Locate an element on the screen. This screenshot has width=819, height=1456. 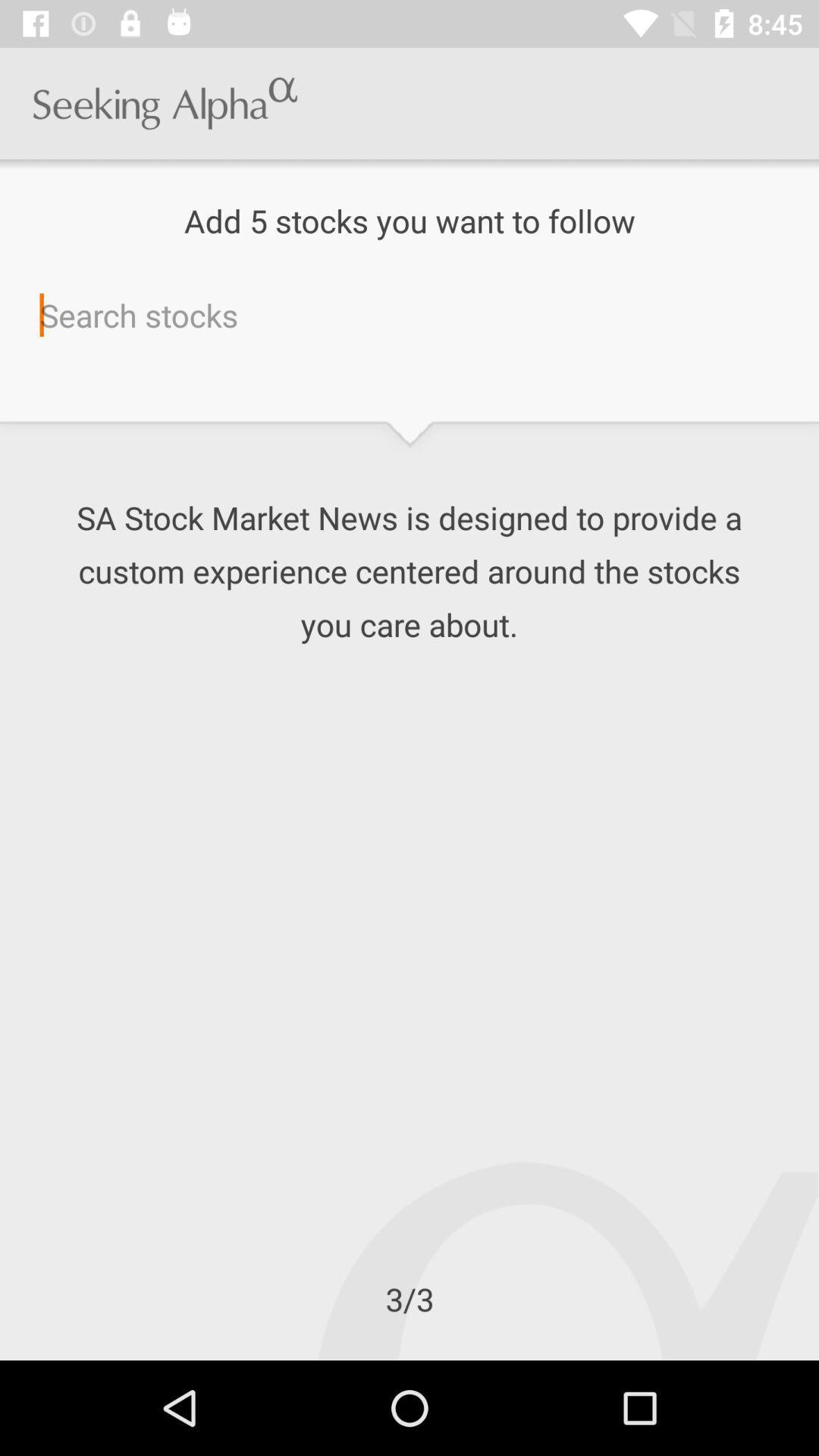
search terms is located at coordinates (409, 314).